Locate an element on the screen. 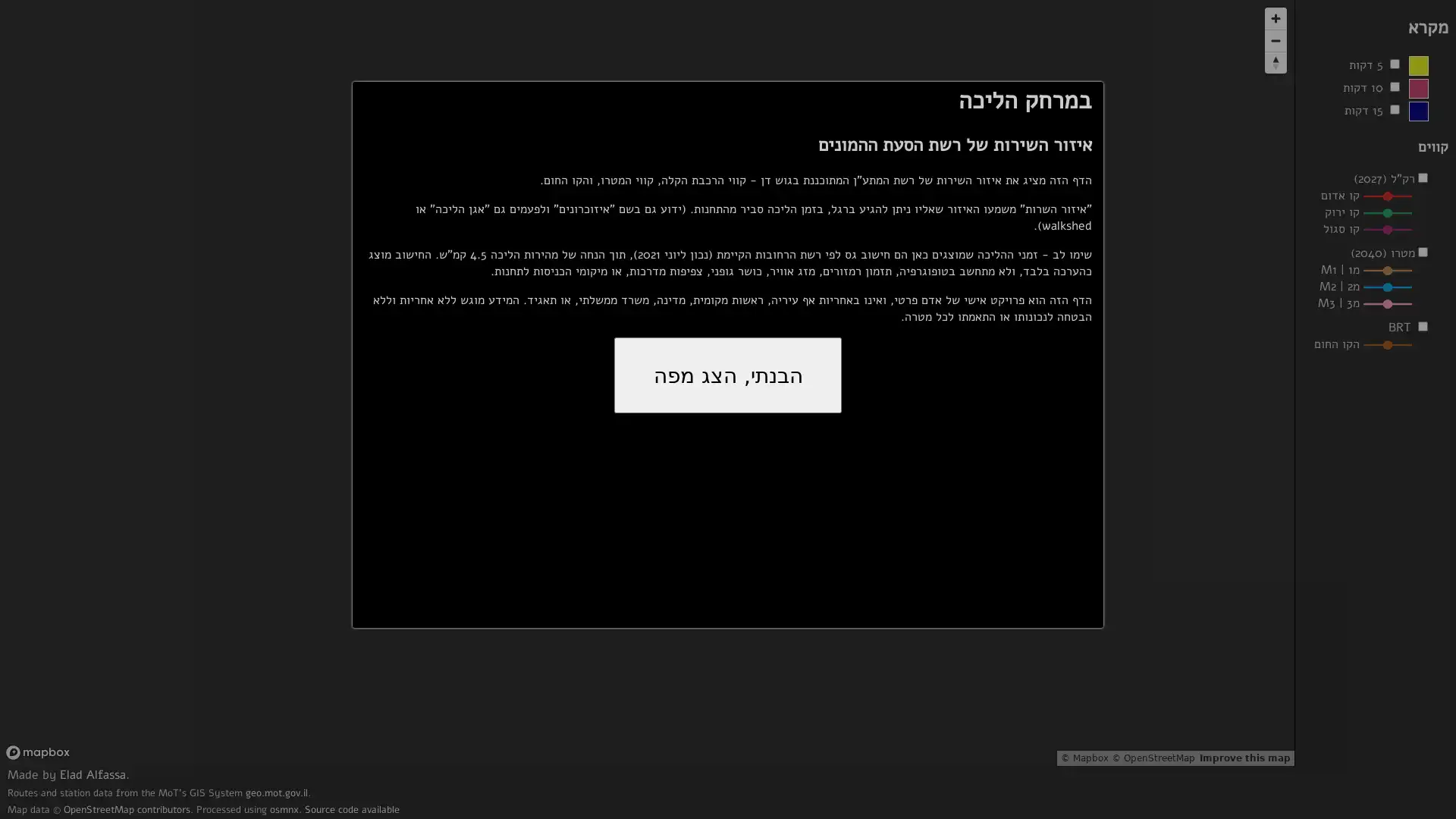 The width and height of the screenshot is (1456, 819). Zoom in is located at coordinates (1275, 18).